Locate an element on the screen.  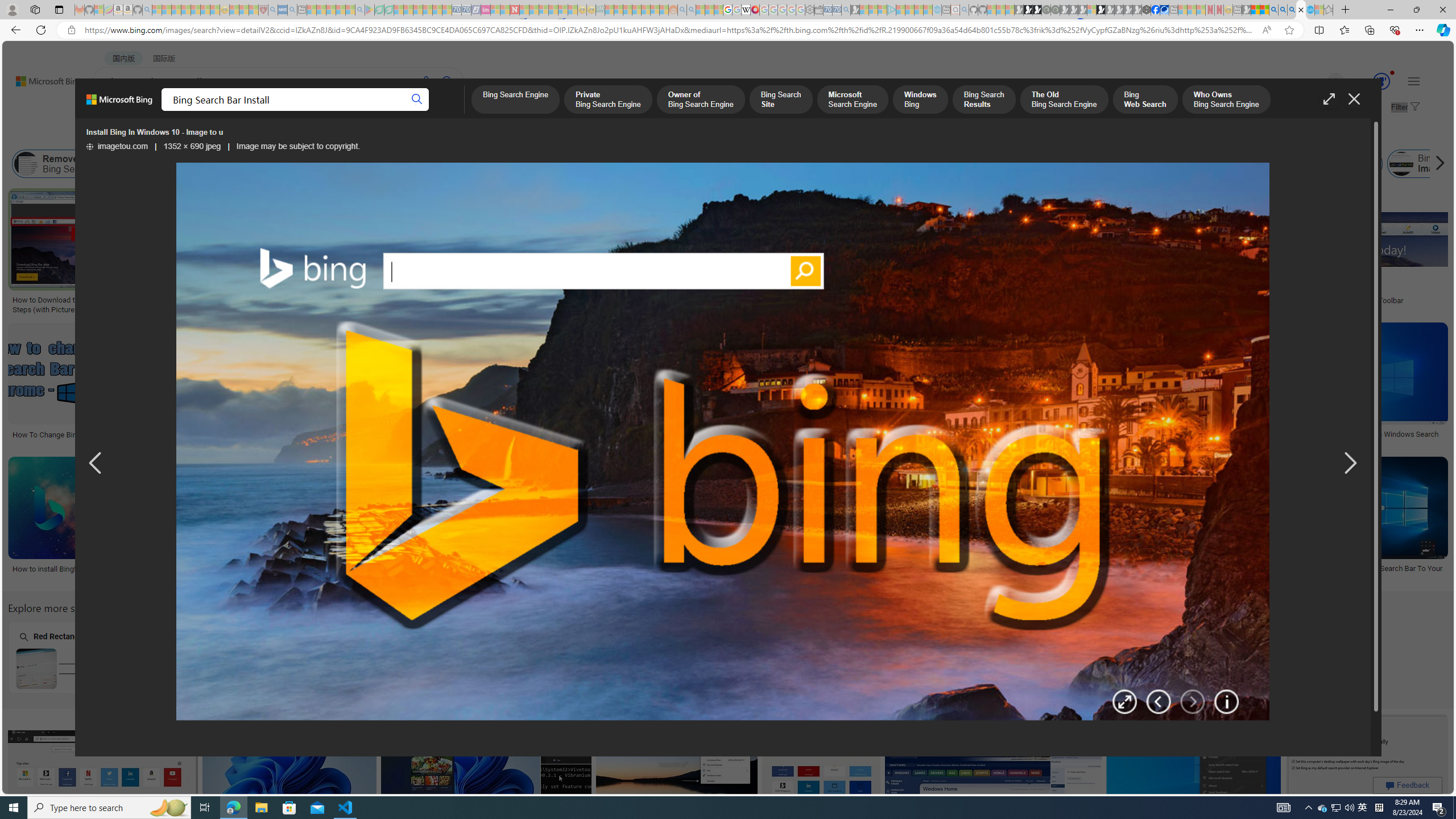
'Bing Search Bar Install - Search Images' is located at coordinates (1300, 9).